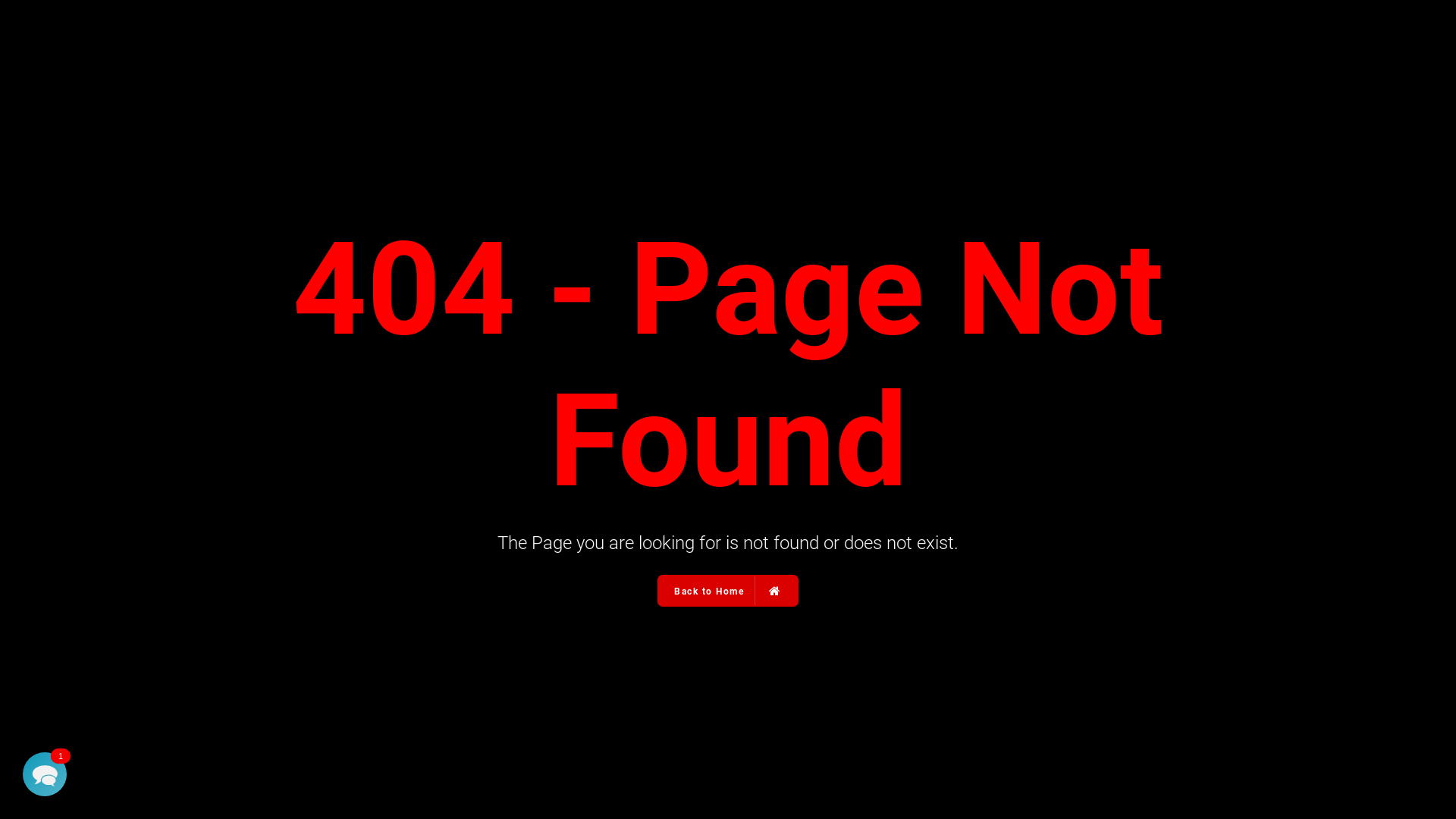  What do you see at coordinates (658, 590) in the screenshot?
I see `'Back to Home'` at bounding box center [658, 590].